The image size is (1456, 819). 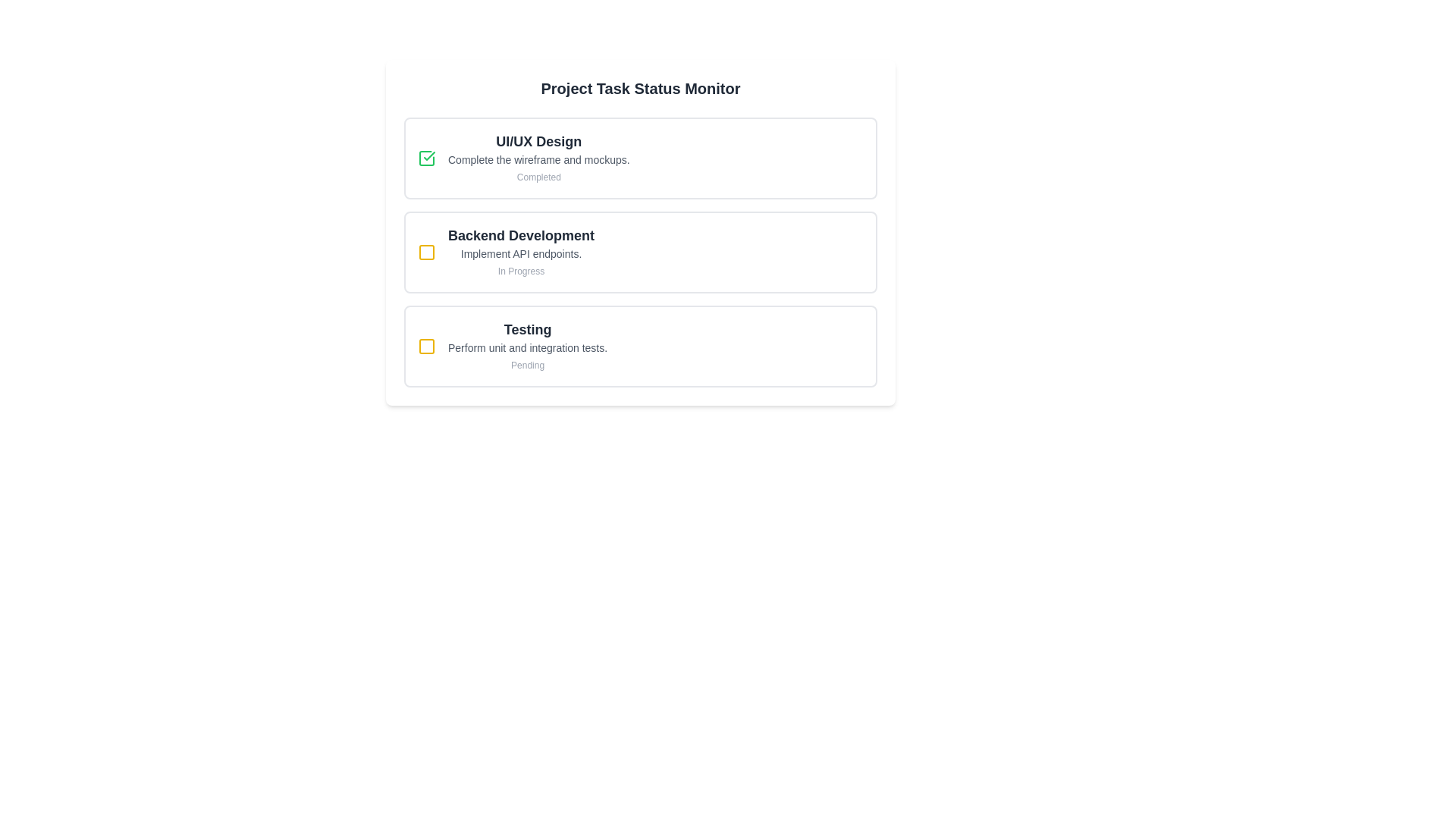 I want to click on the static text label reading 'Pending', which is styled with a light gray color and is positioned below 'Perform unit and integration tests.', so click(x=528, y=366).